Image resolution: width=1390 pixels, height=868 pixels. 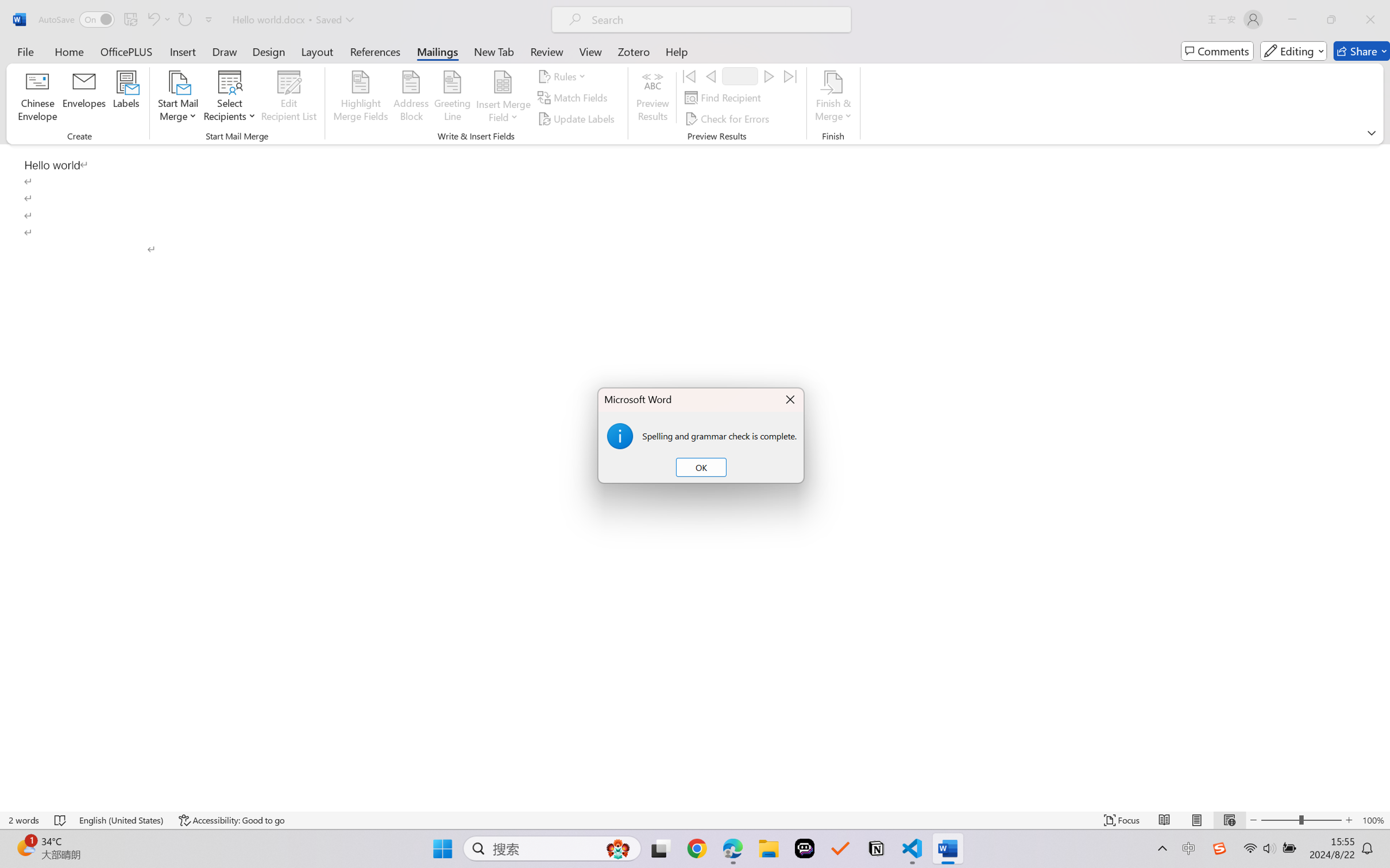 What do you see at coordinates (577, 119) in the screenshot?
I see `'Update Labels'` at bounding box center [577, 119].